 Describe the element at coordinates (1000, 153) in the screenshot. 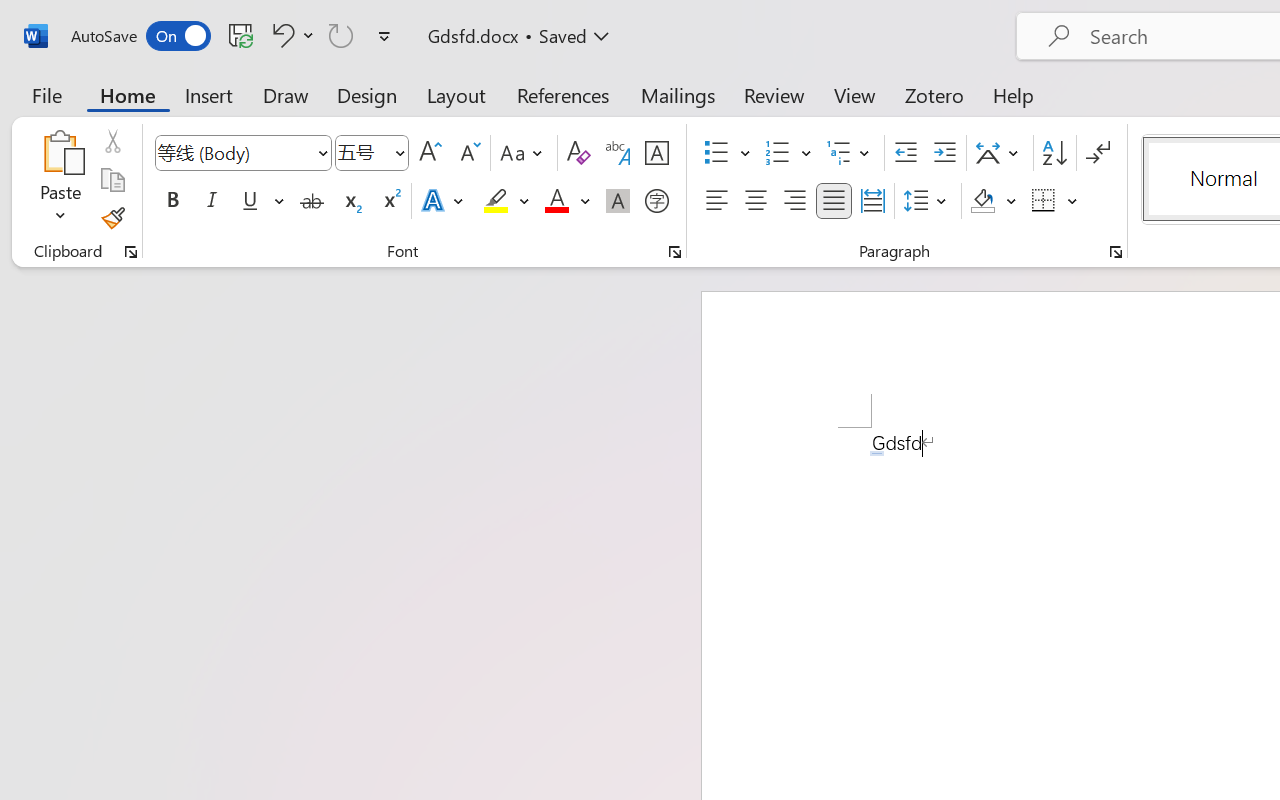

I see `'Asian Layout'` at that location.